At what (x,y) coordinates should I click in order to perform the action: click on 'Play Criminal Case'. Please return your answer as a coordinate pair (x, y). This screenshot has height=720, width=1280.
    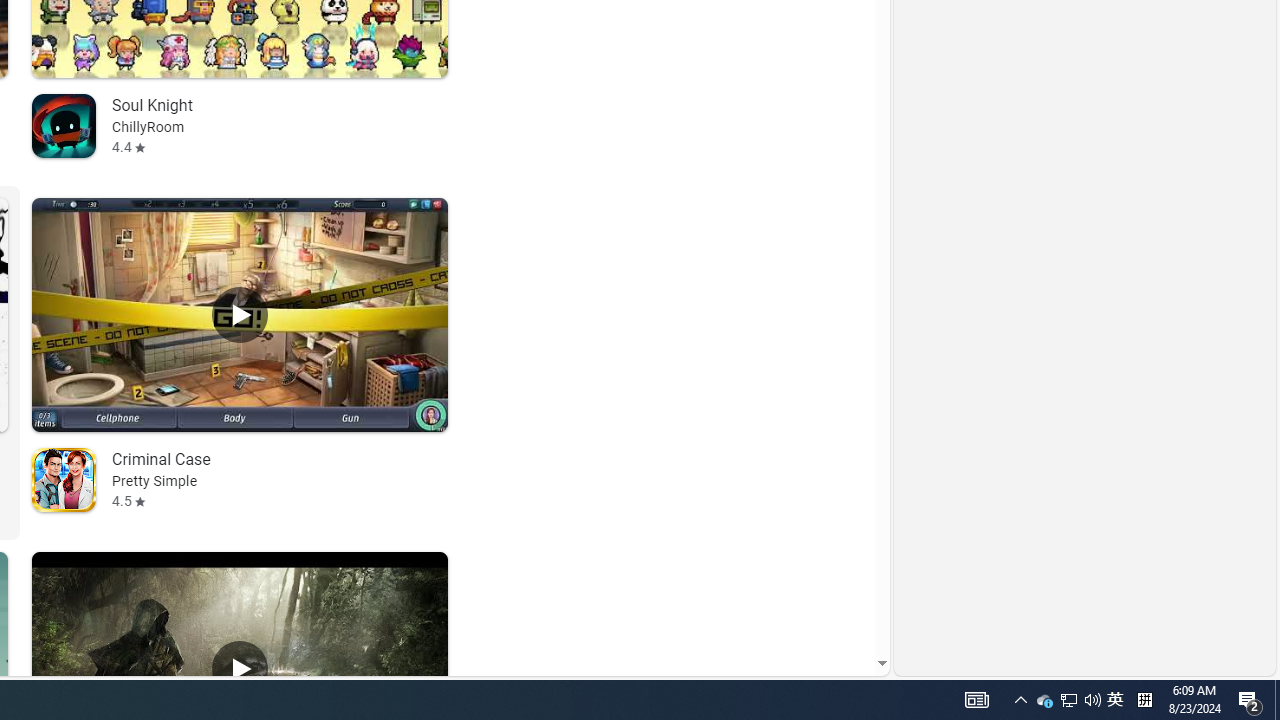
    Looking at the image, I should click on (240, 315).